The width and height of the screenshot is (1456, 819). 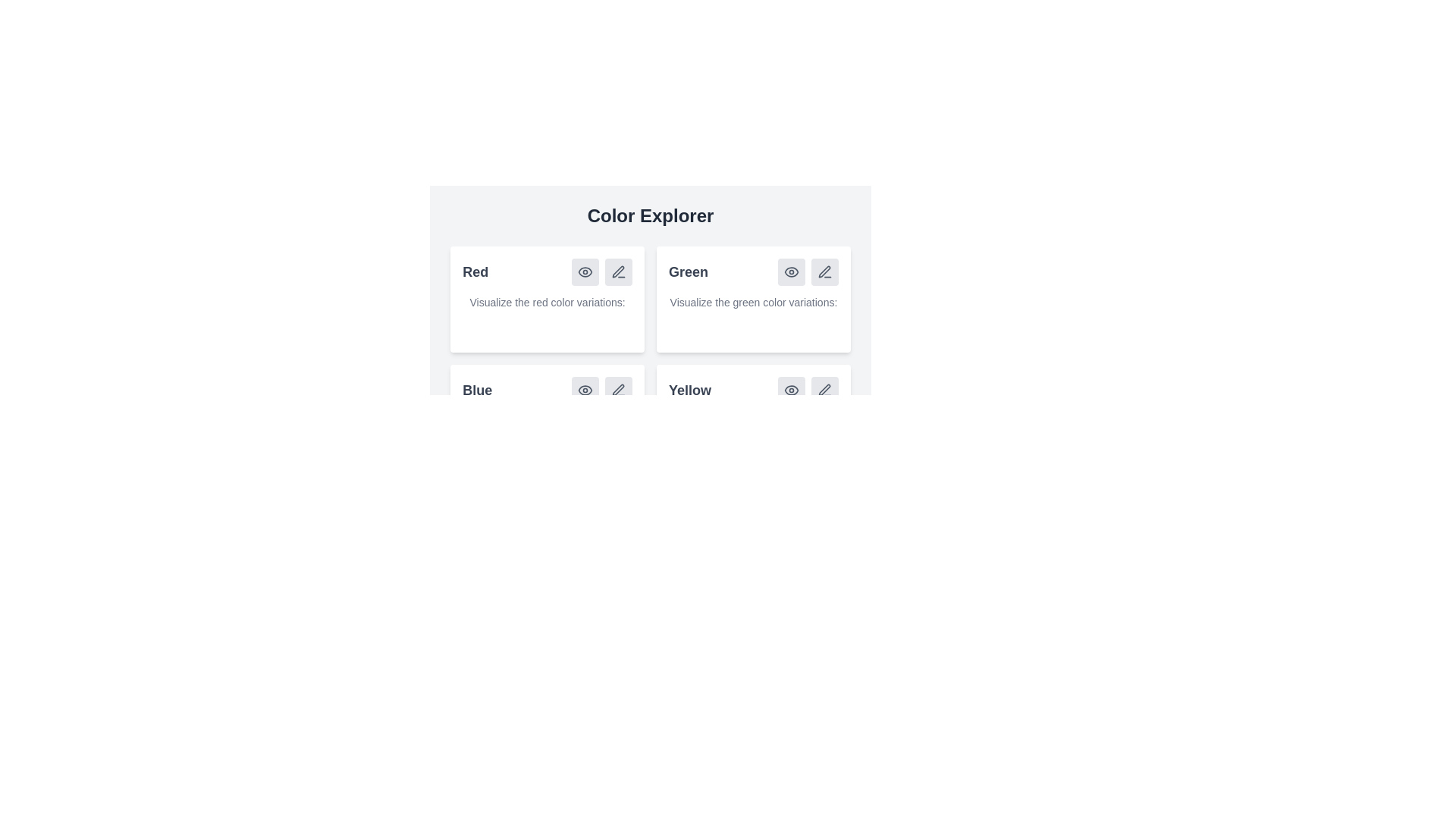 What do you see at coordinates (790, 271) in the screenshot?
I see `the eye-shaped icon located in the top-right corner of the 'Green' section in the 'Color Explorer' layout` at bounding box center [790, 271].